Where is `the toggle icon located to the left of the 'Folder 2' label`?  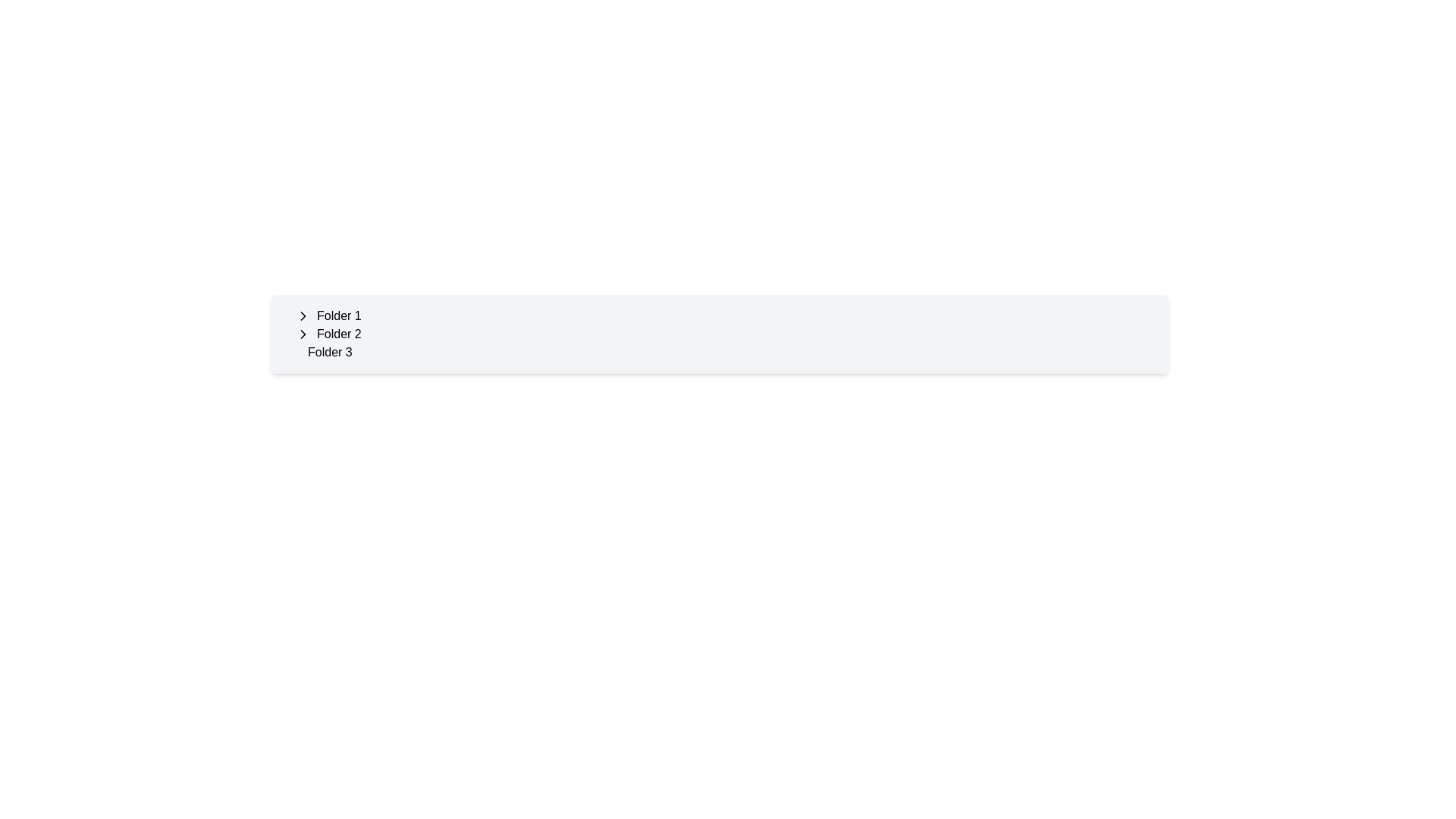
the toggle icon located to the left of the 'Folder 2' label is located at coordinates (303, 333).